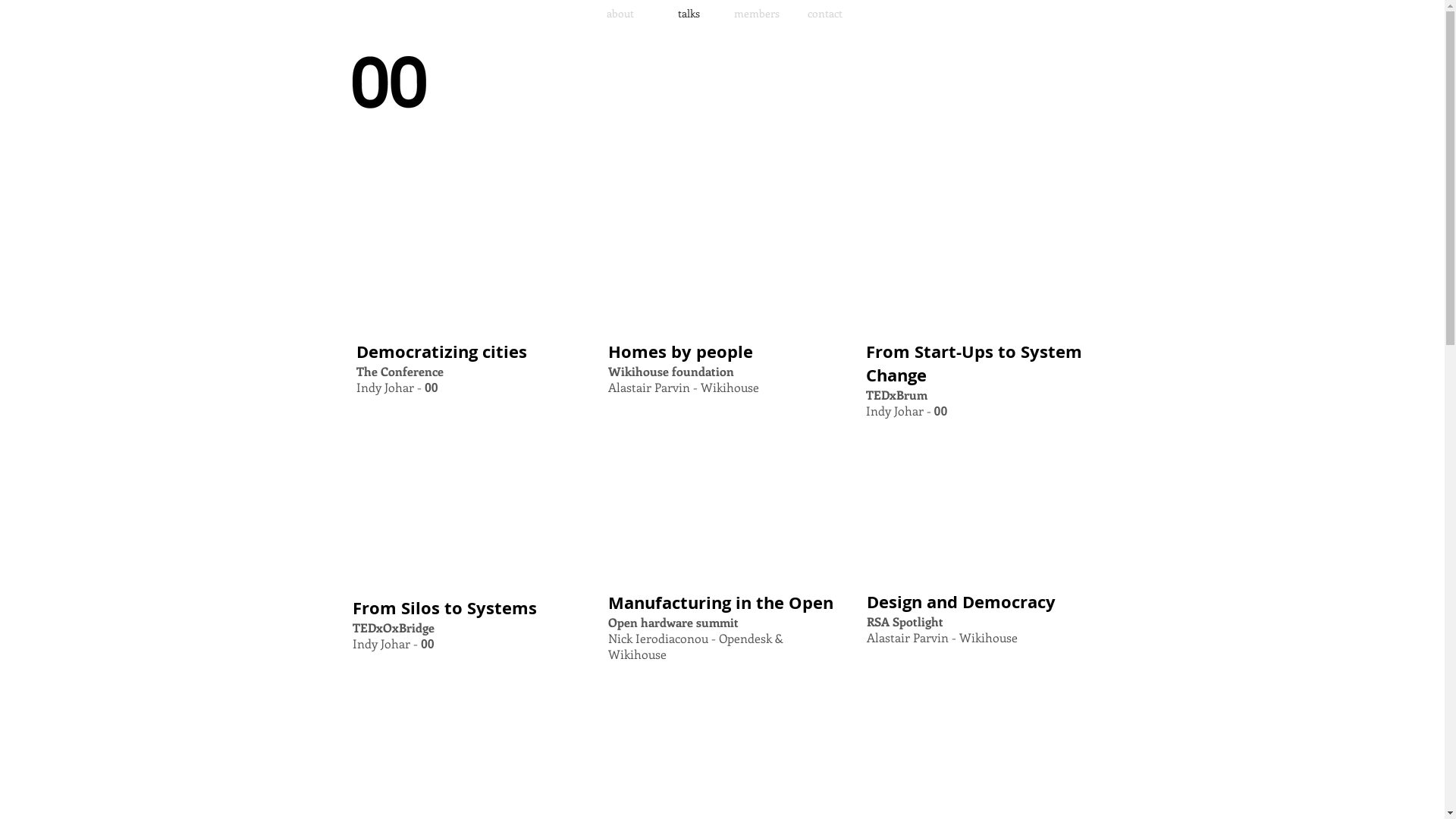 Image resolution: width=1456 pixels, height=819 pixels. What do you see at coordinates (464, 509) in the screenshot?
I see `'External YouTube'` at bounding box center [464, 509].